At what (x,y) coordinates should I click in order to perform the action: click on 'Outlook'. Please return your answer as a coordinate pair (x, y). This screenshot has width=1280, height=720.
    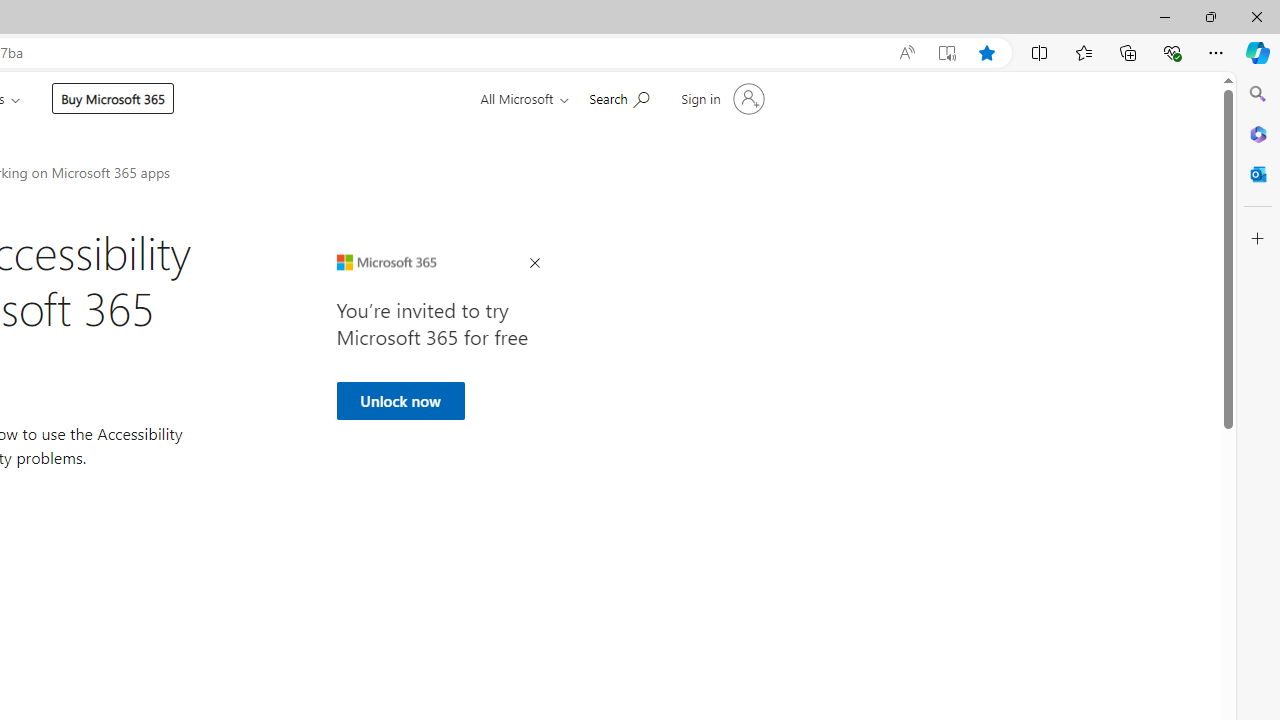
    Looking at the image, I should click on (1257, 173).